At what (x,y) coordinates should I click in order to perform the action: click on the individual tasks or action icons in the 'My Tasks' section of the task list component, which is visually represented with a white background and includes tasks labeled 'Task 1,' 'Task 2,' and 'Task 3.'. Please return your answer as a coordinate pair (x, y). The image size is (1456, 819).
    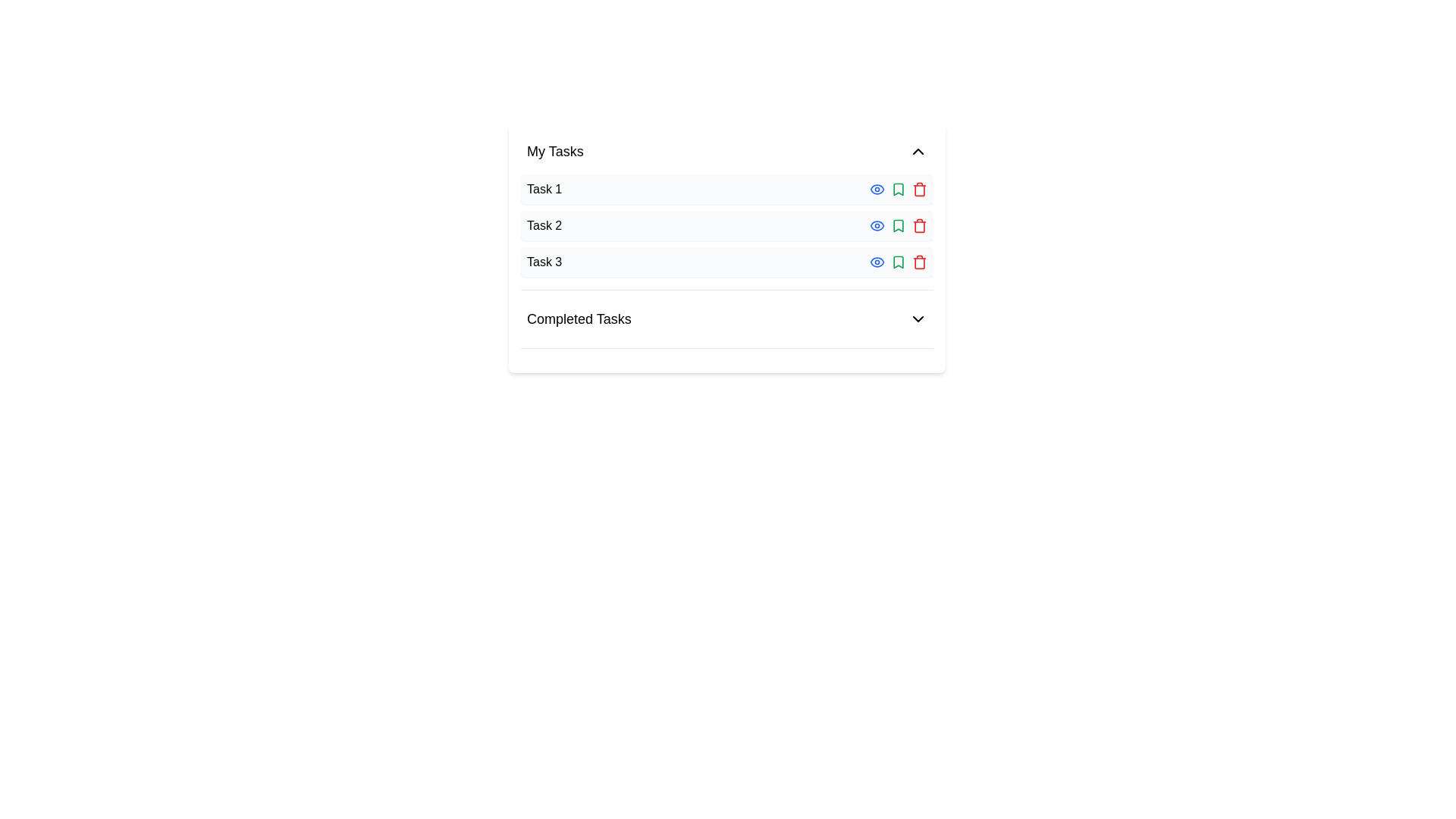
    Looking at the image, I should click on (726, 212).